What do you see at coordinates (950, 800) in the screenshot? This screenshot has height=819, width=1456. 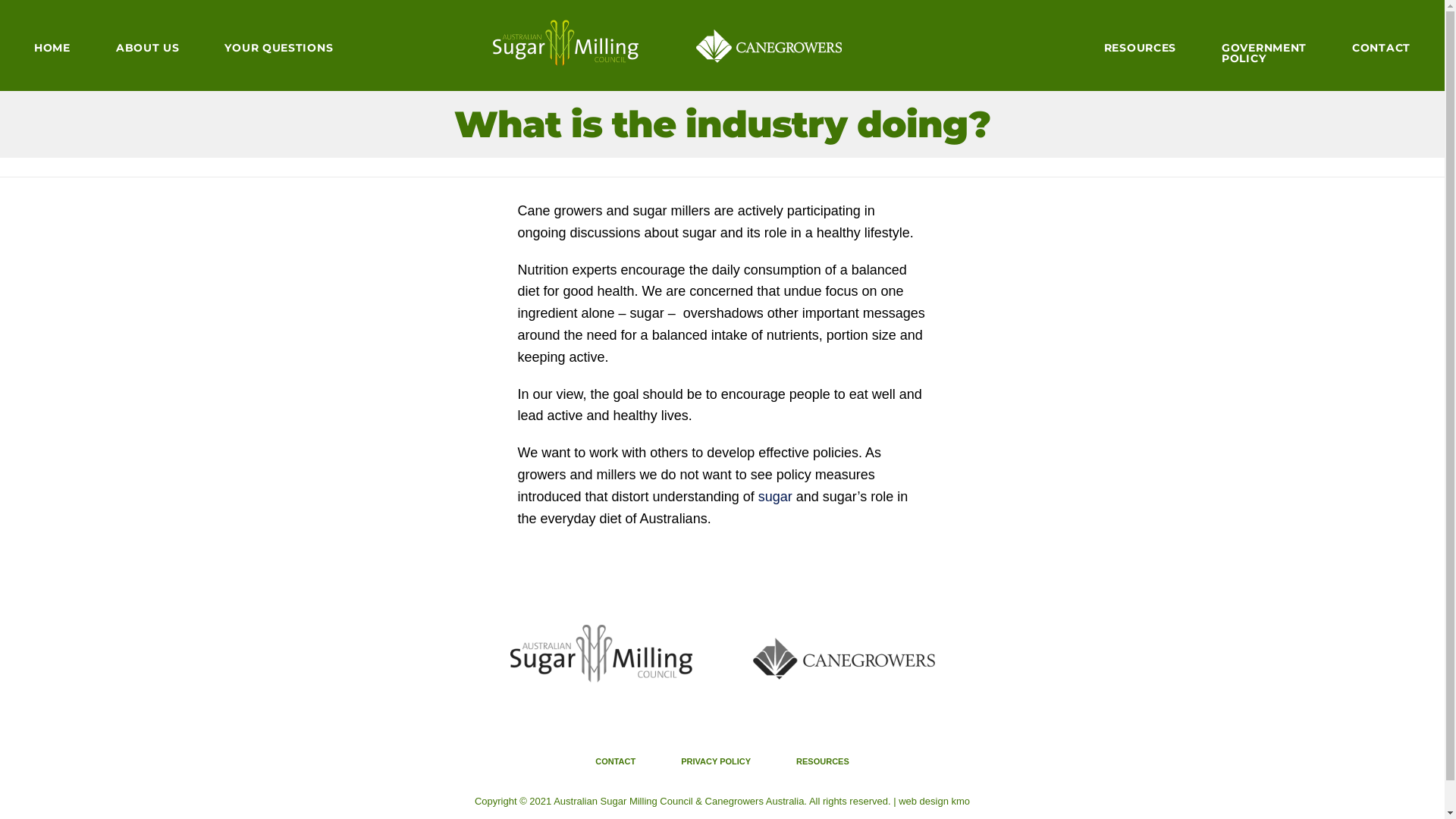 I see `'kmo'` at bounding box center [950, 800].